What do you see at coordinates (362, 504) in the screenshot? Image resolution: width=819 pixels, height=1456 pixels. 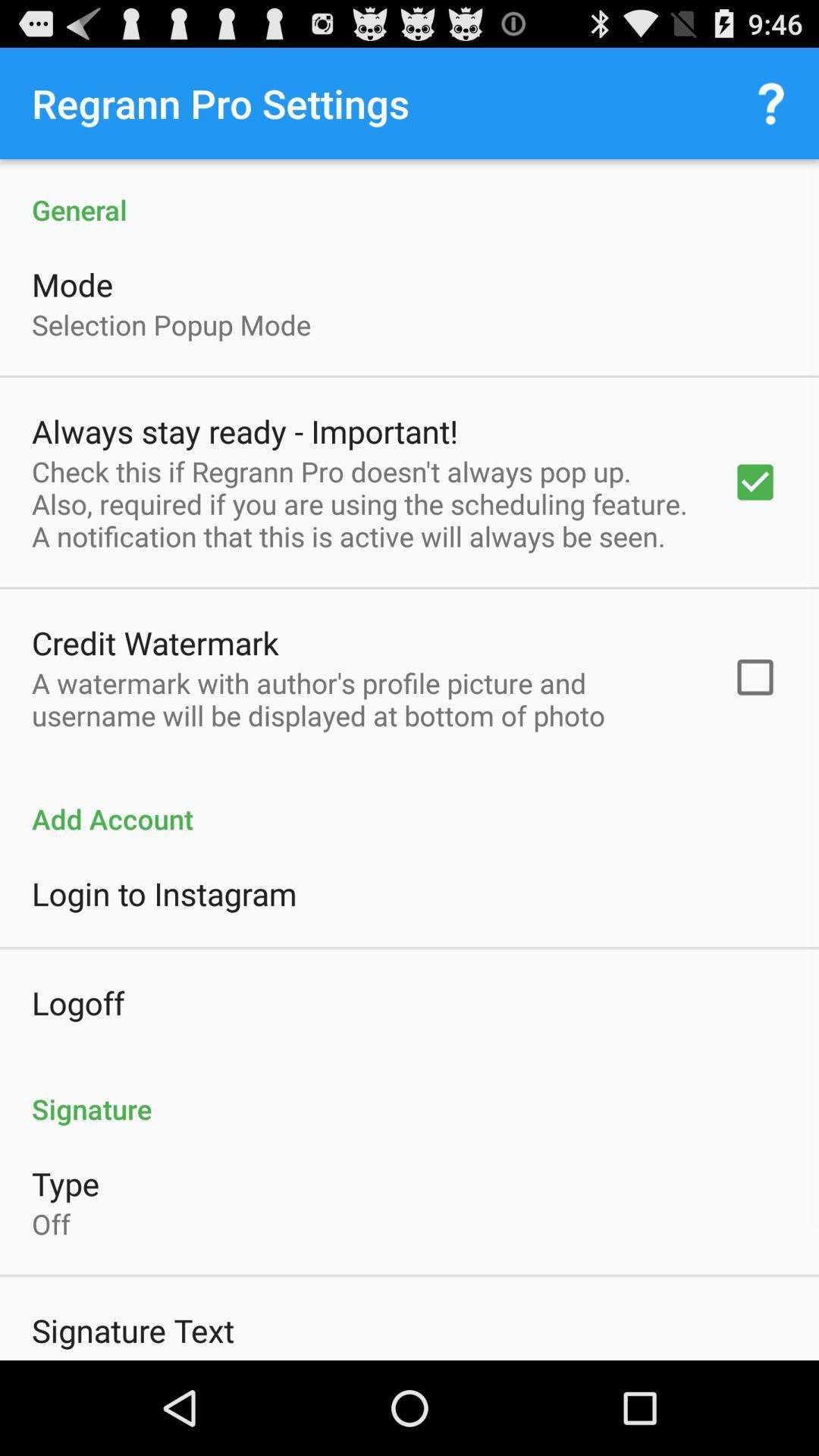 I see `icon below the always stay ready item` at bounding box center [362, 504].